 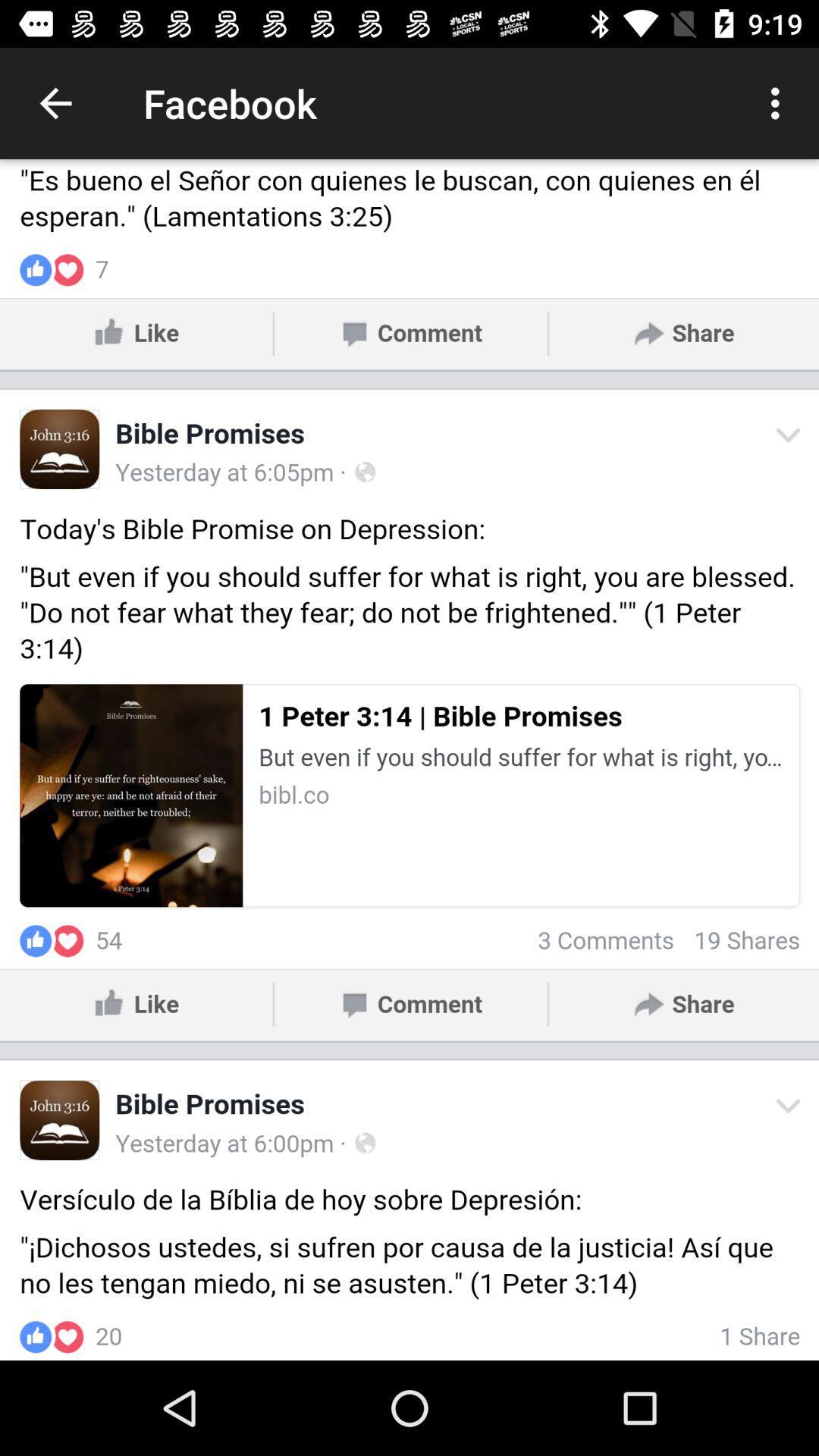 I want to click on facebook, so click(x=409, y=760).